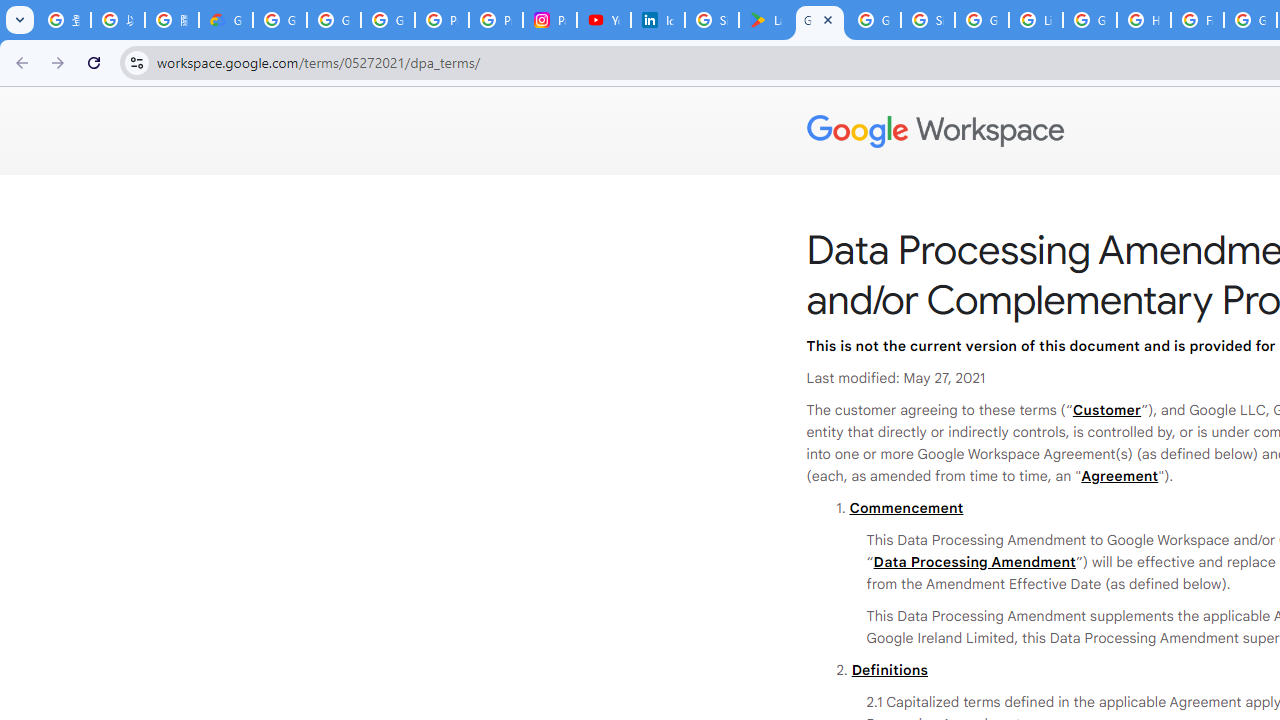 Image resolution: width=1280 pixels, height=720 pixels. What do you see at coordinates (711, 20) in the screenshot?
I see `'Sign in - Google Accounts'` at bounding box center [711, 20].